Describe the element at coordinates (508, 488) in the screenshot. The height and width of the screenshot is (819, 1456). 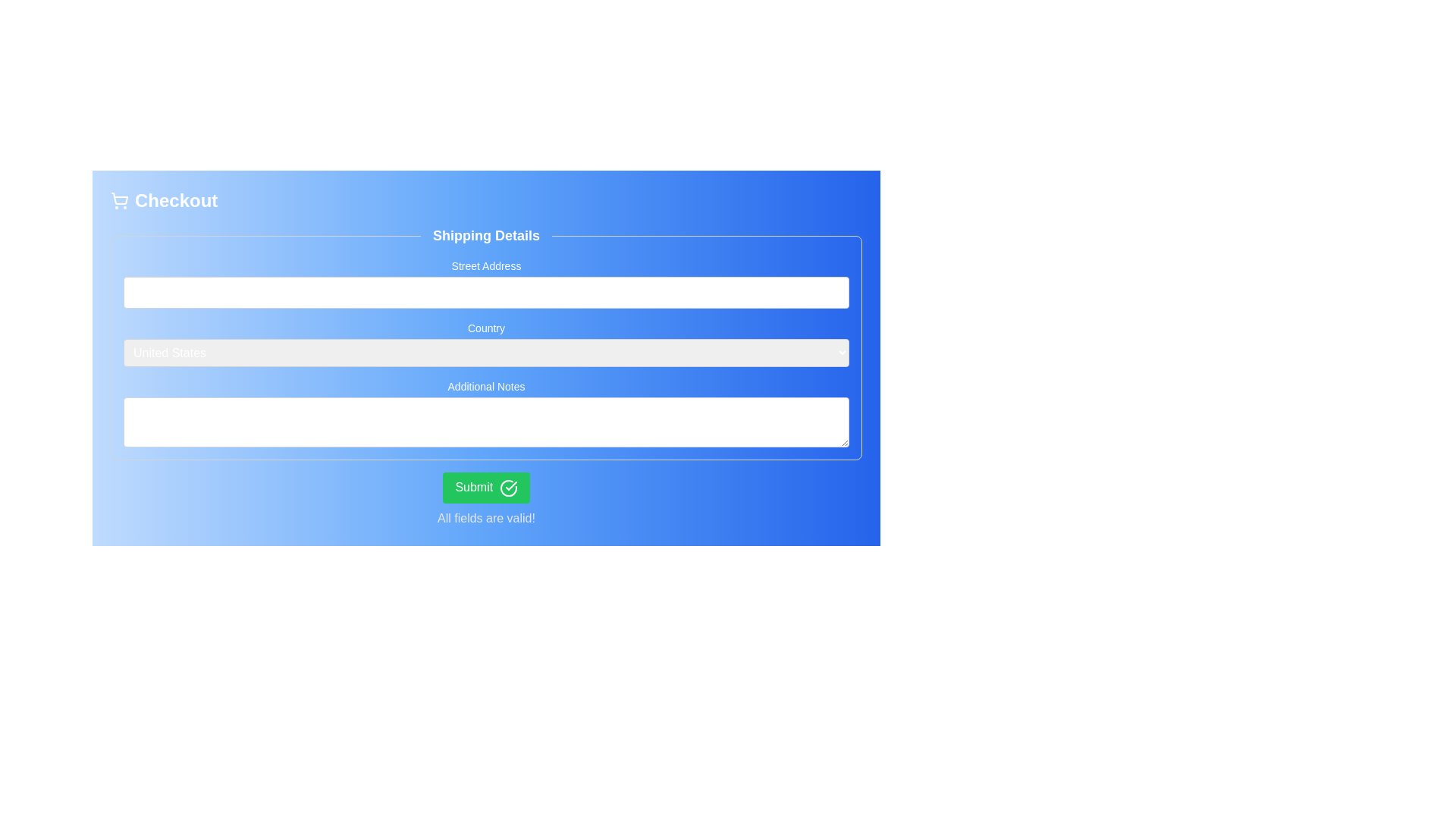
I see `the 'Submit' button which contains a green checkmark icon at its right end, positioned near the center right area of the button` at that location.